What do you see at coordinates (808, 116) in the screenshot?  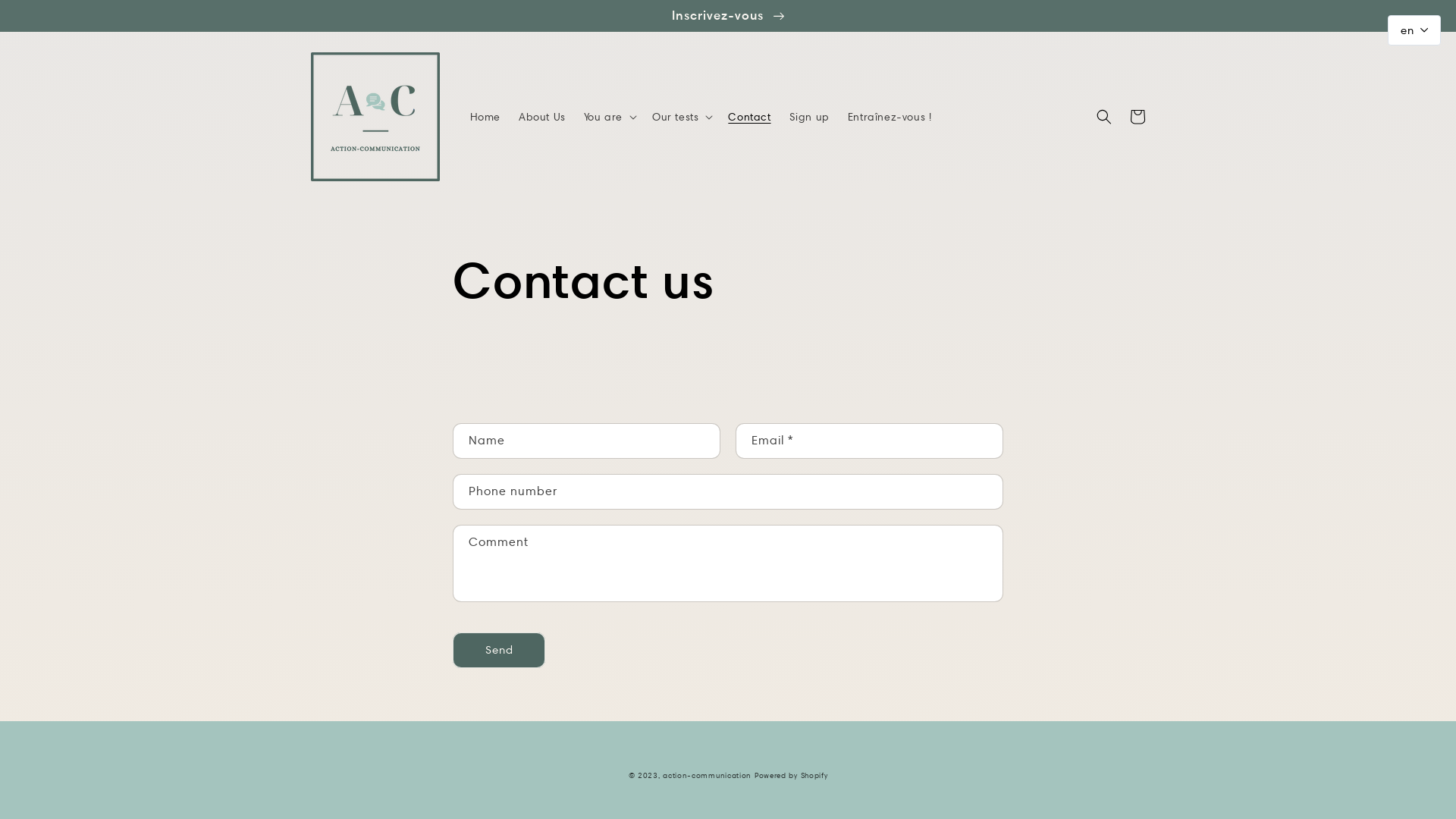 I see `'Sign up'` at bounding box center [808, 116].